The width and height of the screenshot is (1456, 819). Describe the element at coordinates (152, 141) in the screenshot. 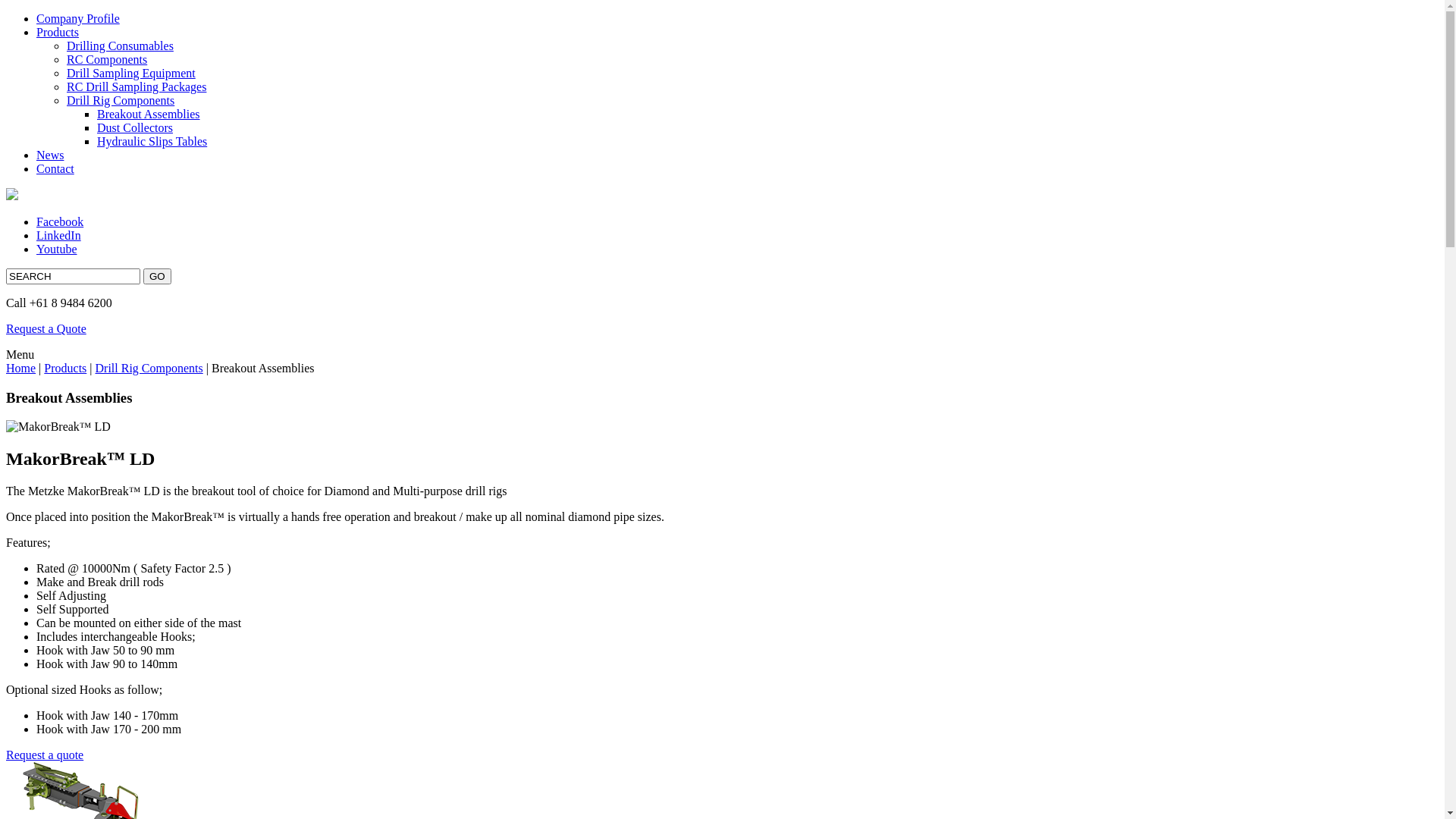

I see `'Hydraulic Slips Tables'` at that location.